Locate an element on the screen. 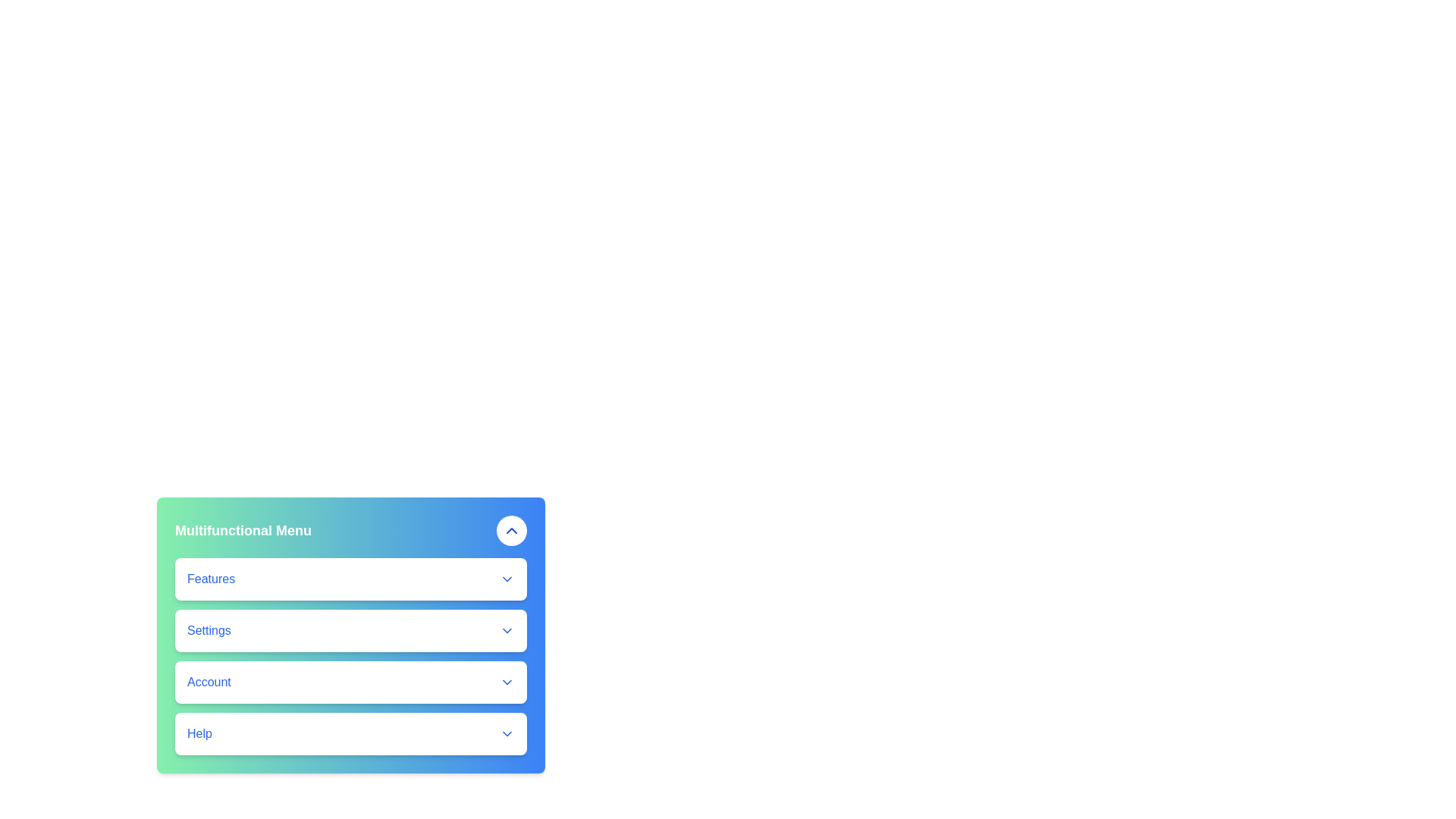 The width and height of the screenshot is (1456, 819). the text label at the bottom-most option of the dropdown menu, located directly under the 'Account' option, which provides access to help-related features is located at coordinates (199, 733).